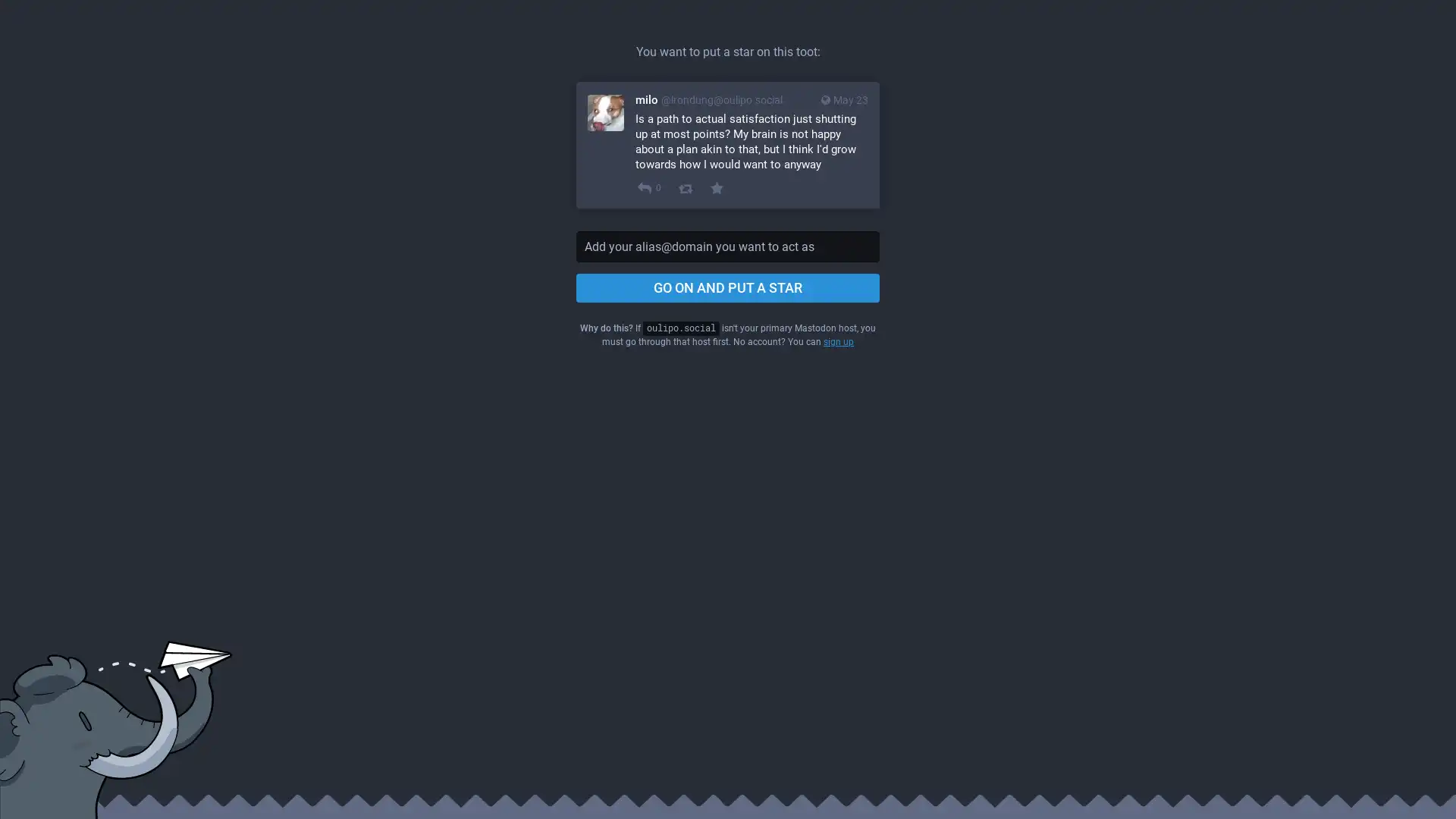 The height and width of the screenshot is (819, 1456). What do you see at coordinates (728, 288) in the screenshot?
I see `GO ON AND PUT A STAR` at bounding box center [728, 288].